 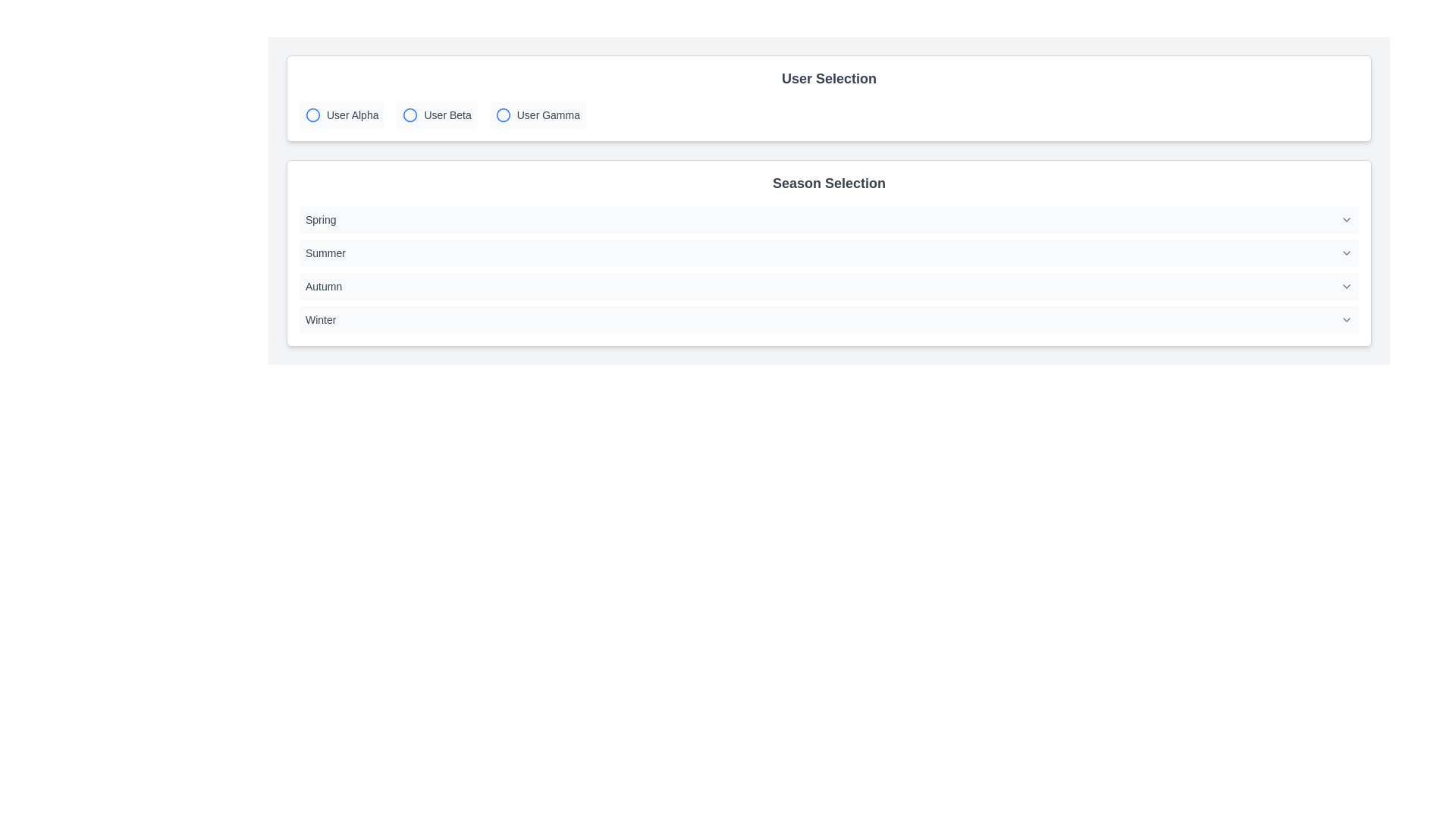 I want to click on the 'User Gamma' selectable option in the 'User Selection' group, which is the third radio button styled element located centrally in the upper portion of the interface, so click(x=538, y=114).